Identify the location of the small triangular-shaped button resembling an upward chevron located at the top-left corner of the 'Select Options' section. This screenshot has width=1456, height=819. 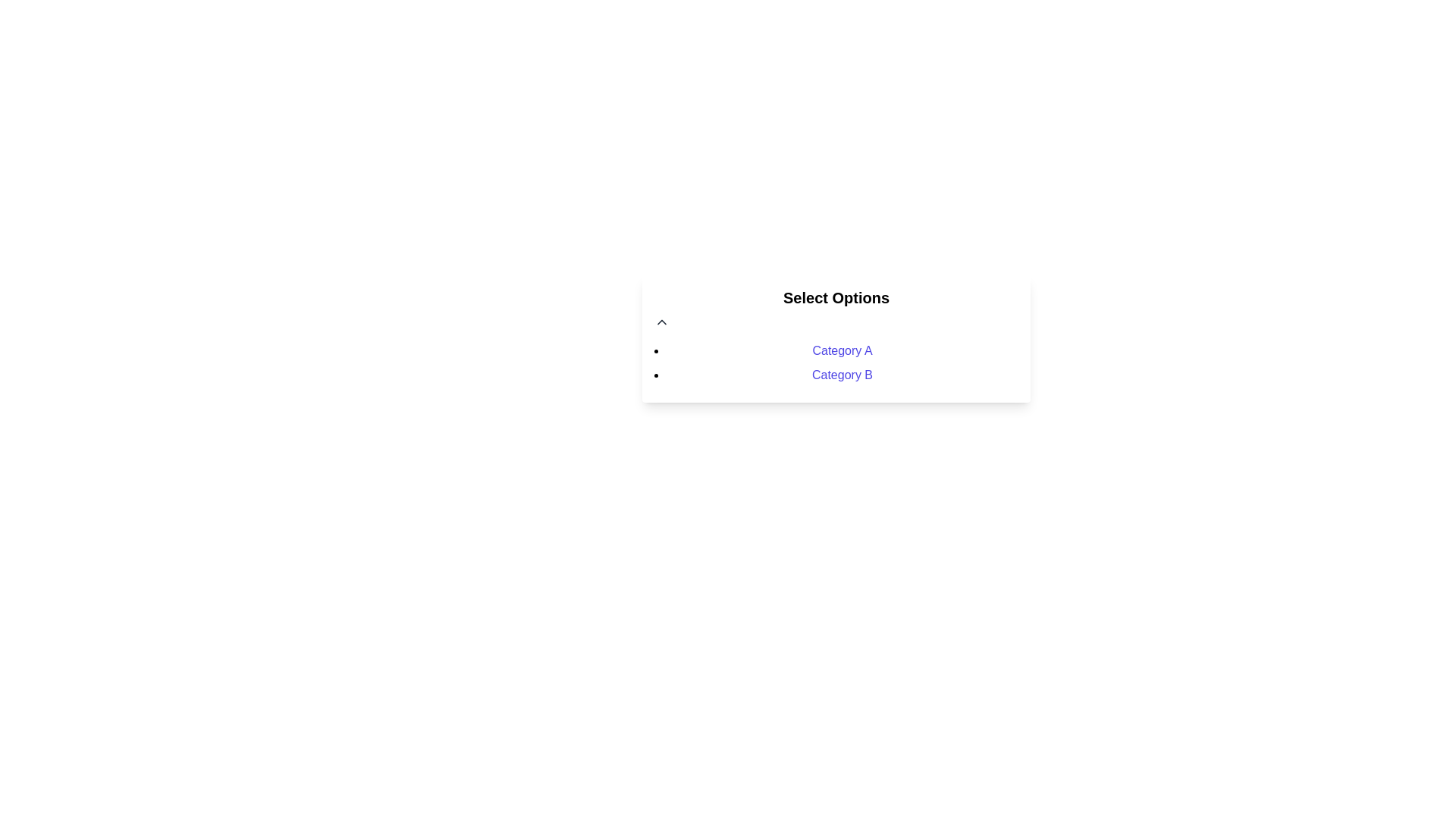
(662, 321).